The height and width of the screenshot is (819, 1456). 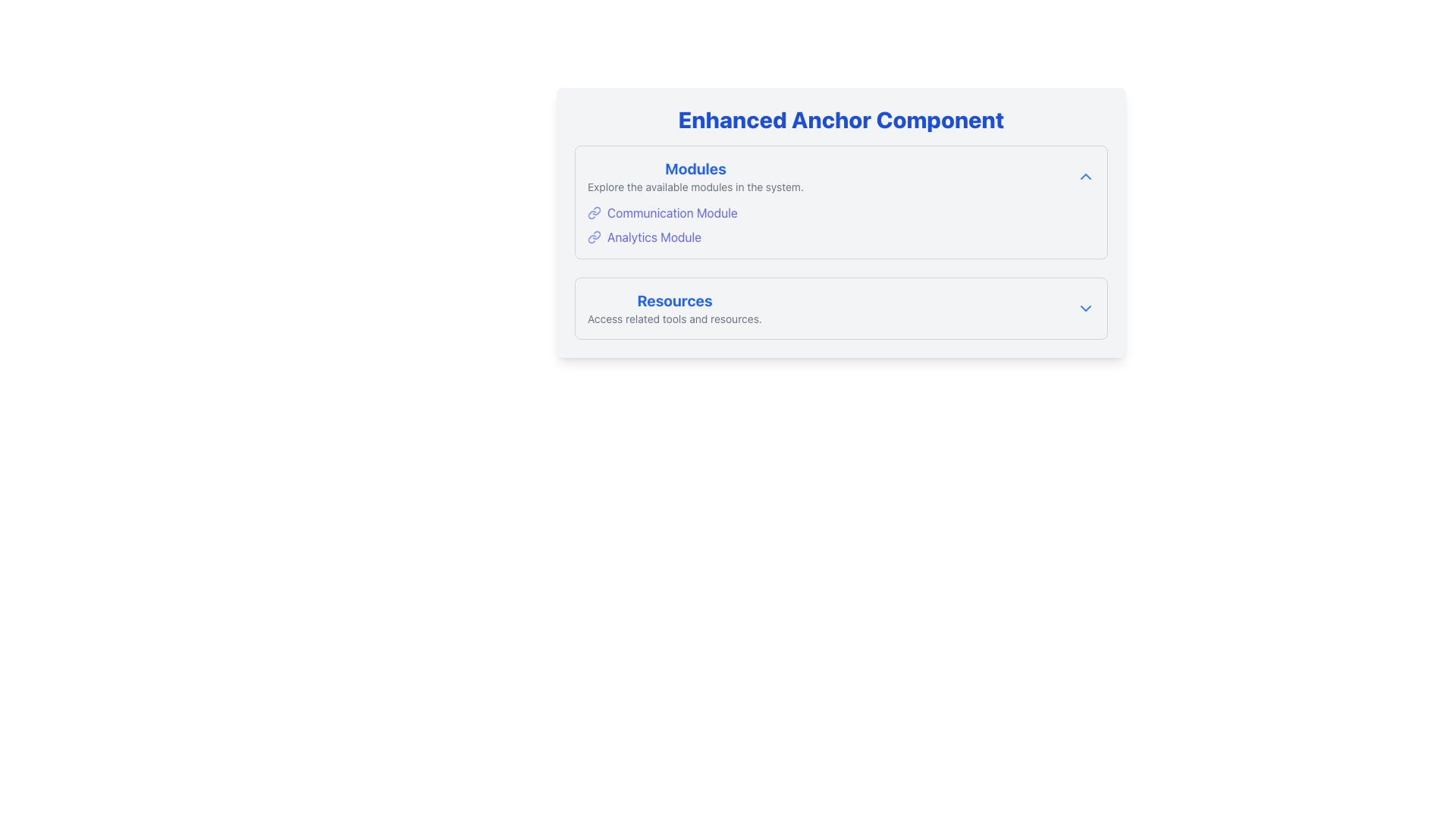 I want to click on the upward-pointing chevron icon button styled in blue, located at the far right end of the 'Modules' section header, so click(x=1084, y=175).